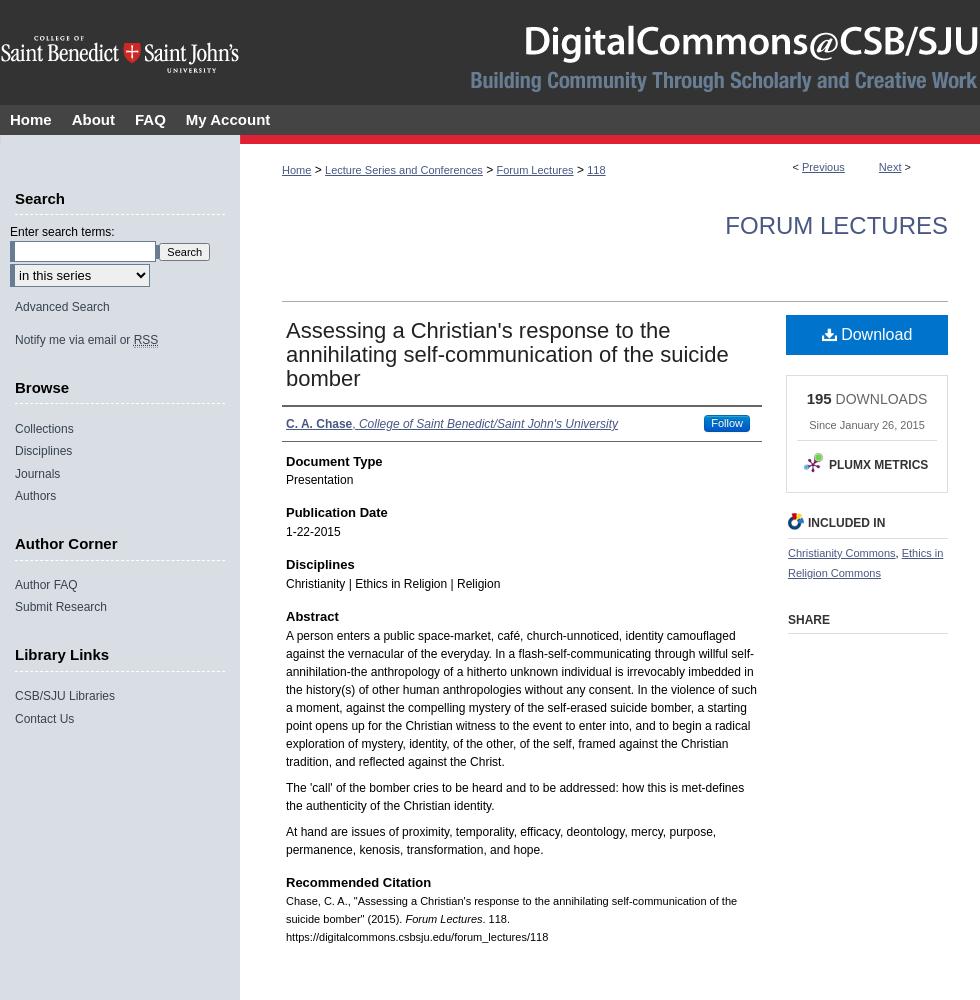 Image resolution: width=980 pixels, height=1000 pixels. Describe the element at coordinates (14, 717) in the screenshot. I see `'Contact Us'` at that location.